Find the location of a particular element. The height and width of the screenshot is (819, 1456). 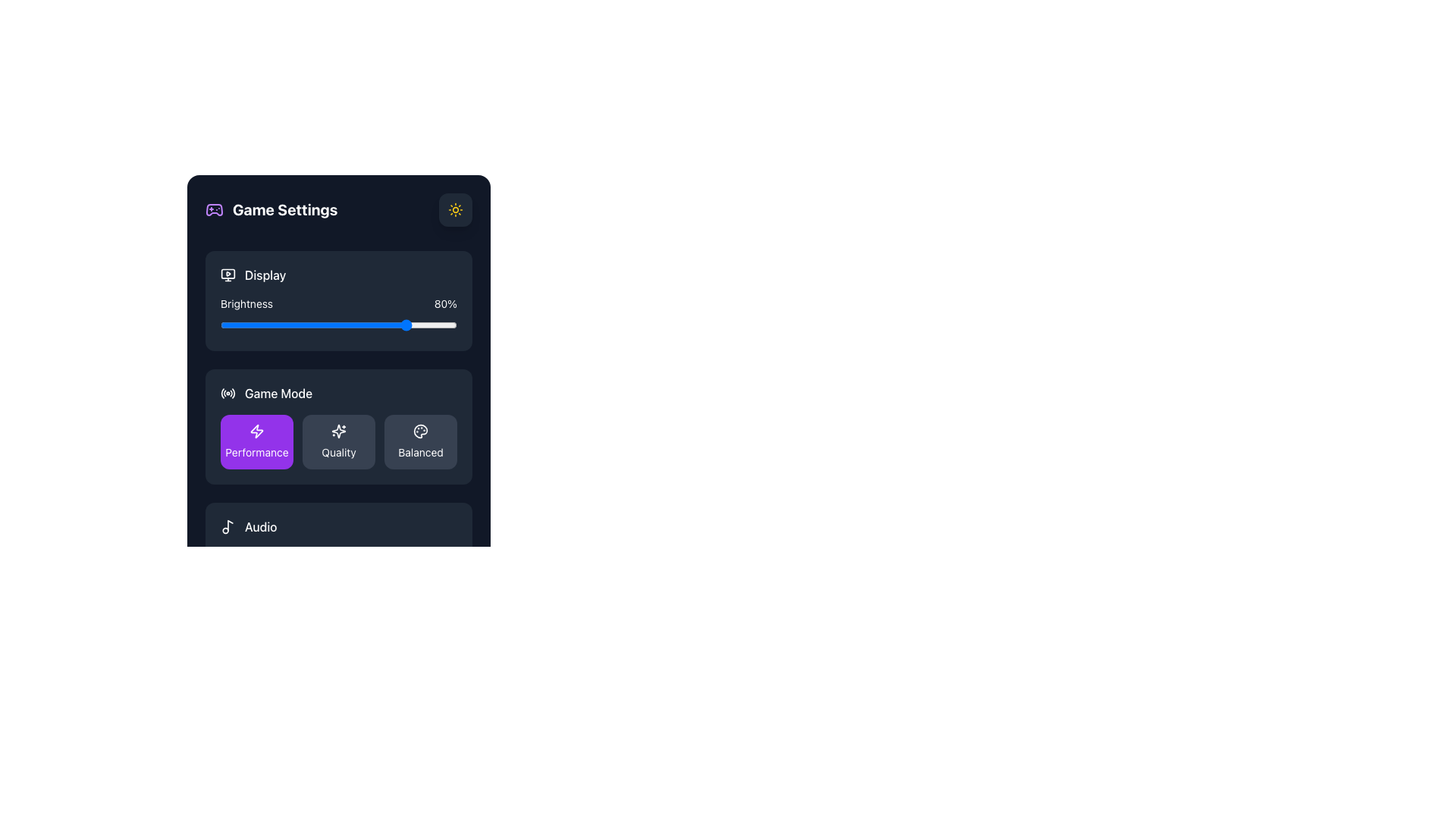

brightness is located at coordinates (333, 324).